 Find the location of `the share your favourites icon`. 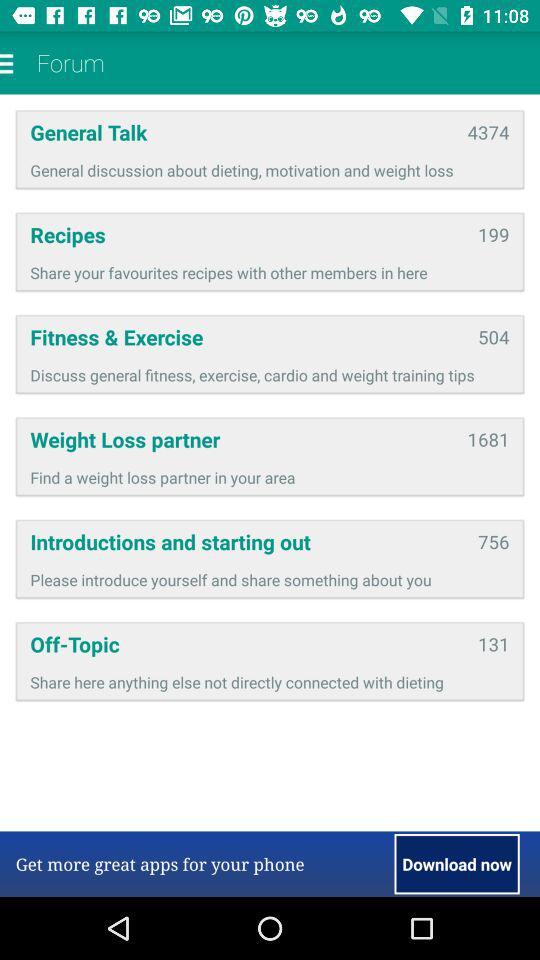

the share your favourites icon is located at coordinates (270, 271).